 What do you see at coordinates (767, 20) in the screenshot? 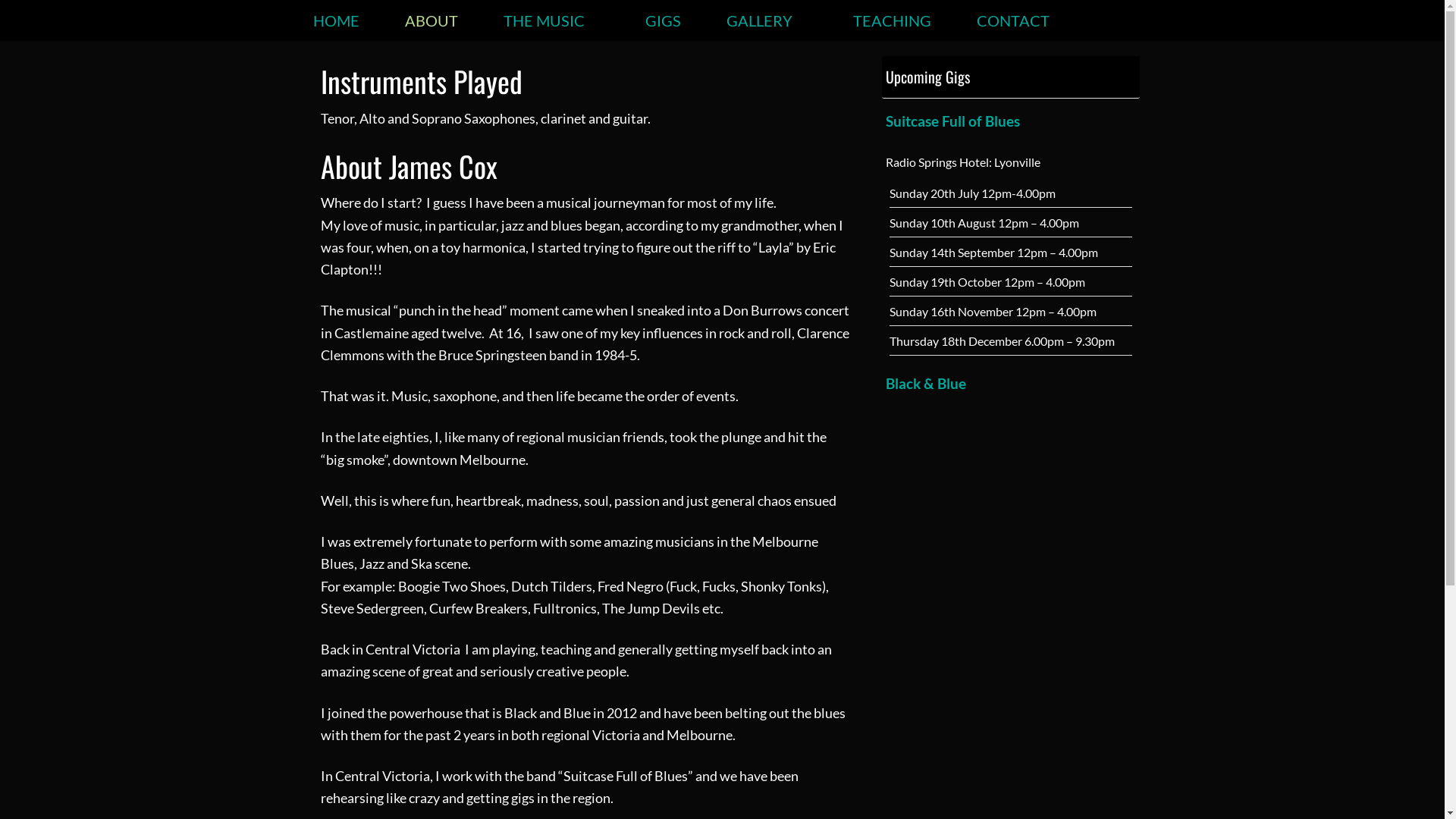
I see `'GALLERY'` at bounding box center [767, 20].